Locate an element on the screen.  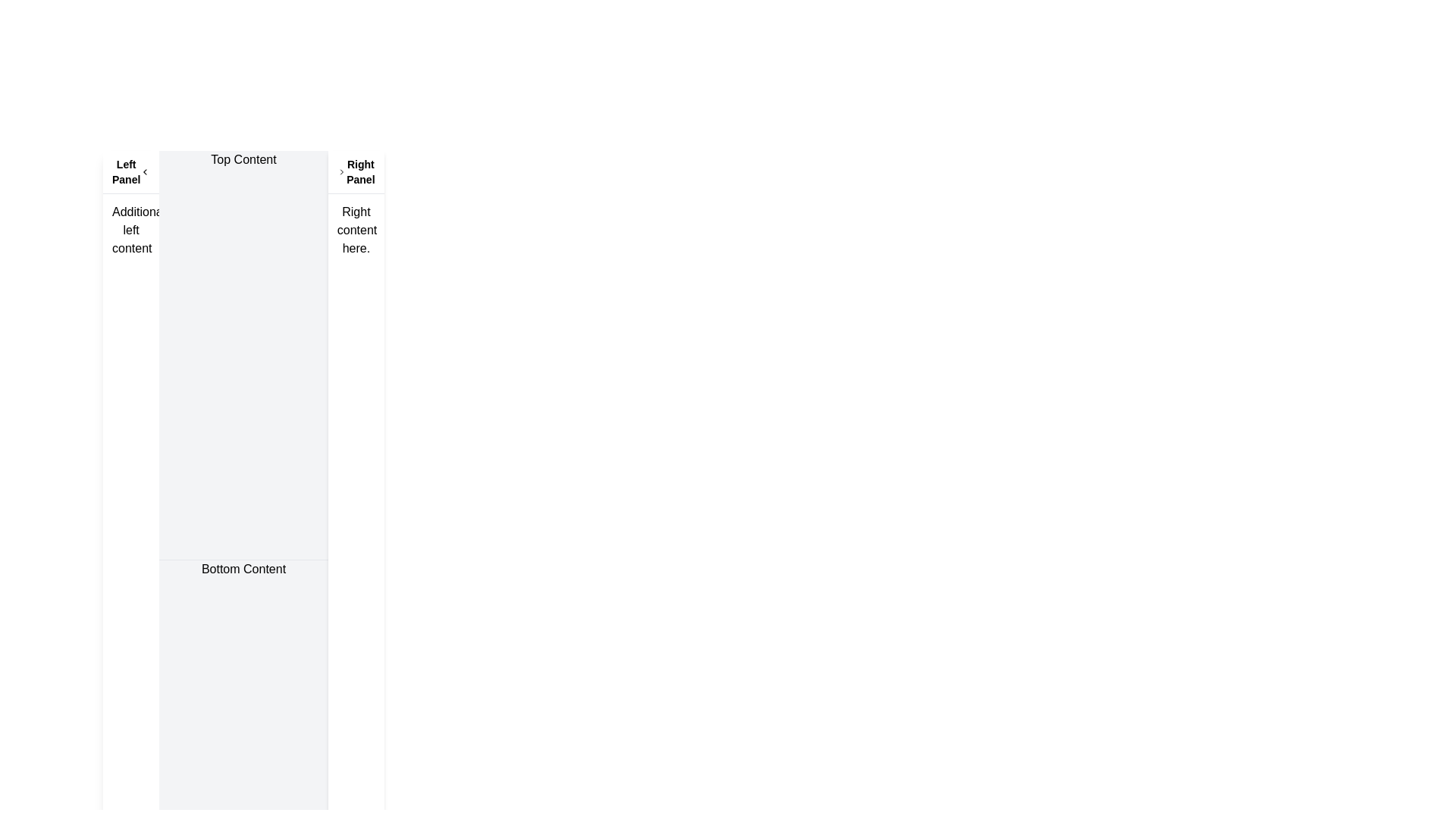
the SVG arrow icon (Chevron-left) located in the header area of the 'Left Panel' section is located at coordinates (145, 171).